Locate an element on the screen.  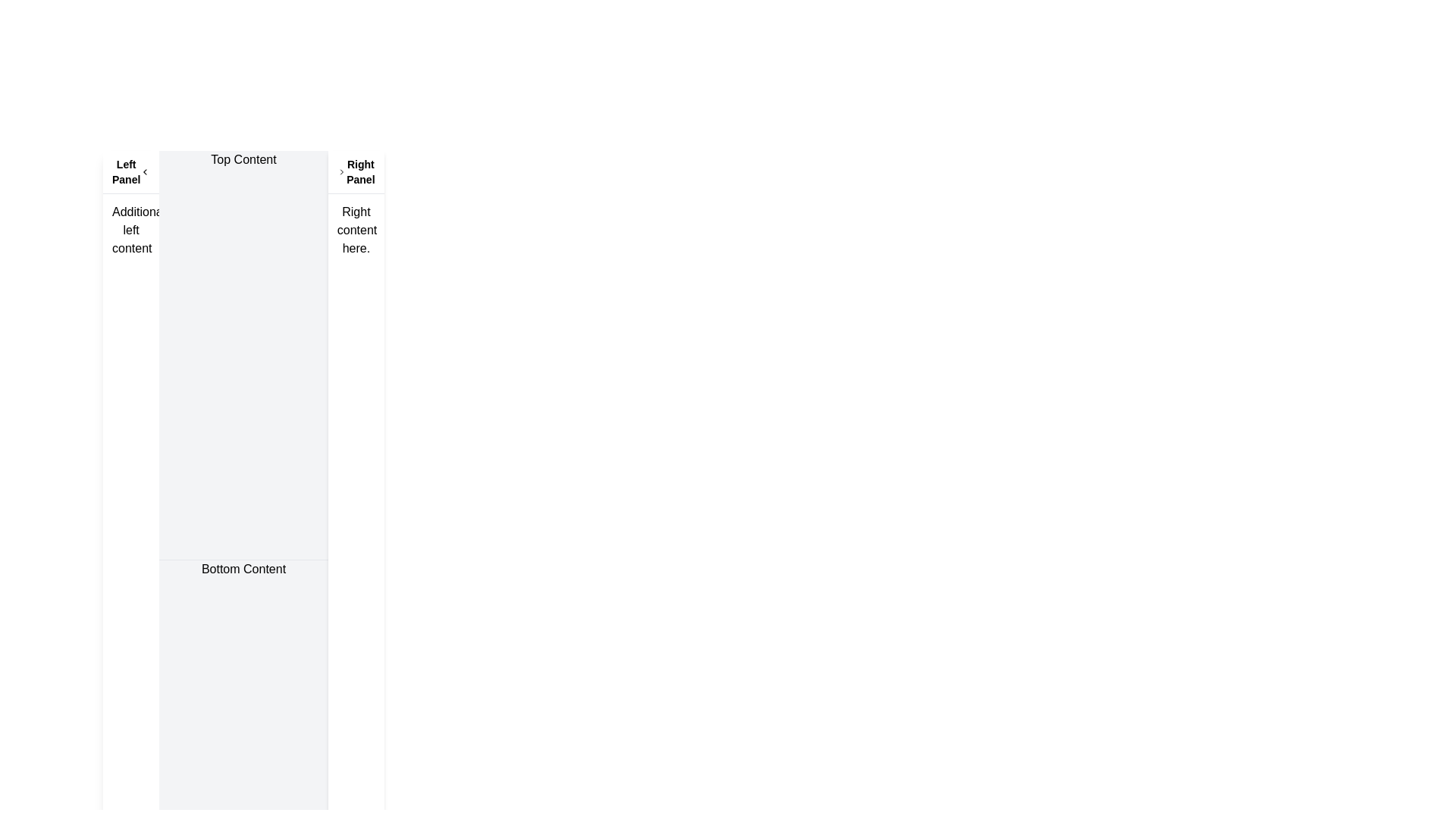
the SVG arrow icon (Chevron-left) located in the header area of the 'Left Panel' section is located at coordinates (145, 171).